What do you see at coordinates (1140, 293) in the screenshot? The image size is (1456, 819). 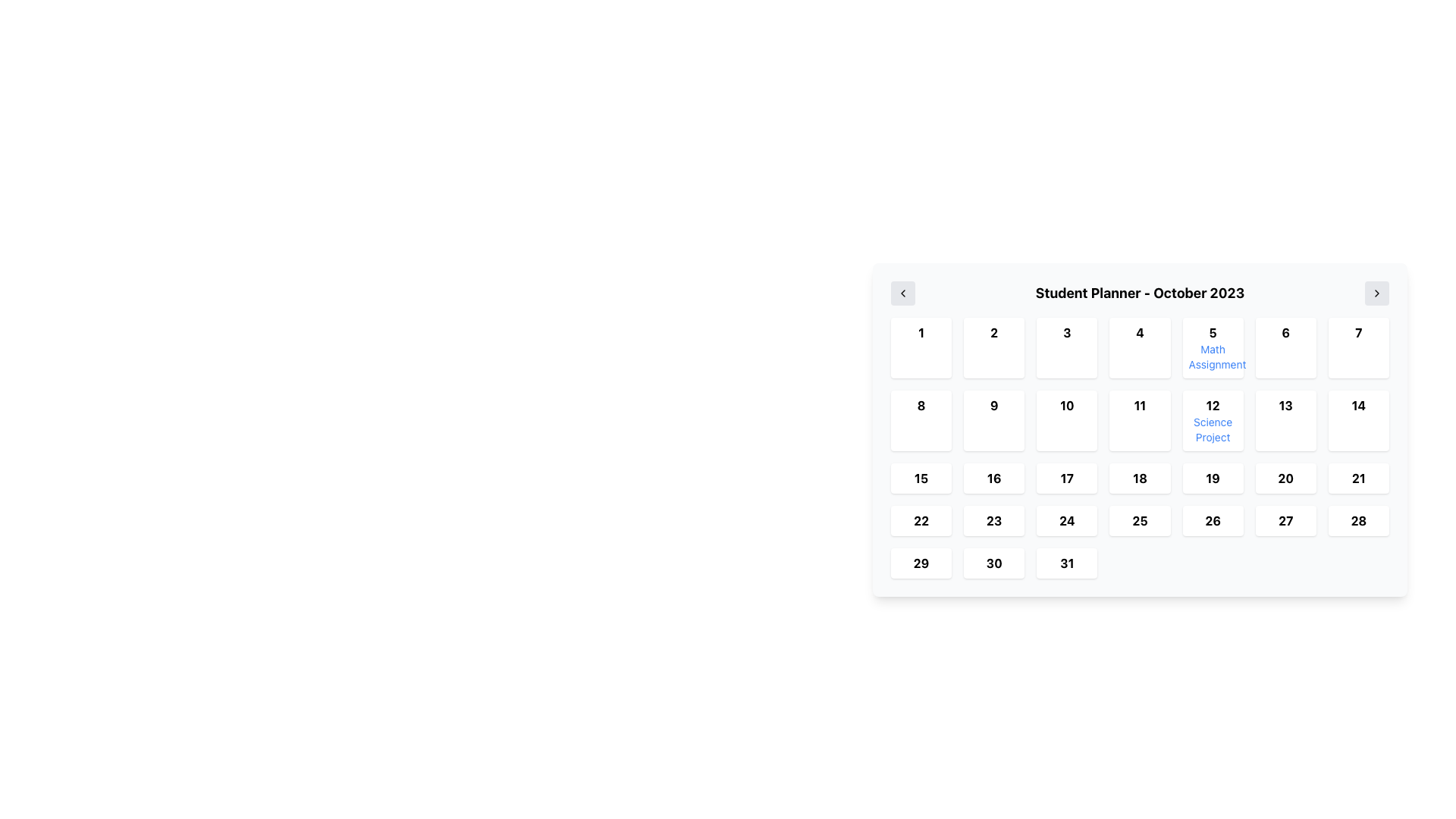 I see `the title label displaying 'October 2023' at the top-center of the calendar view` at bounding box center [1140, 293].